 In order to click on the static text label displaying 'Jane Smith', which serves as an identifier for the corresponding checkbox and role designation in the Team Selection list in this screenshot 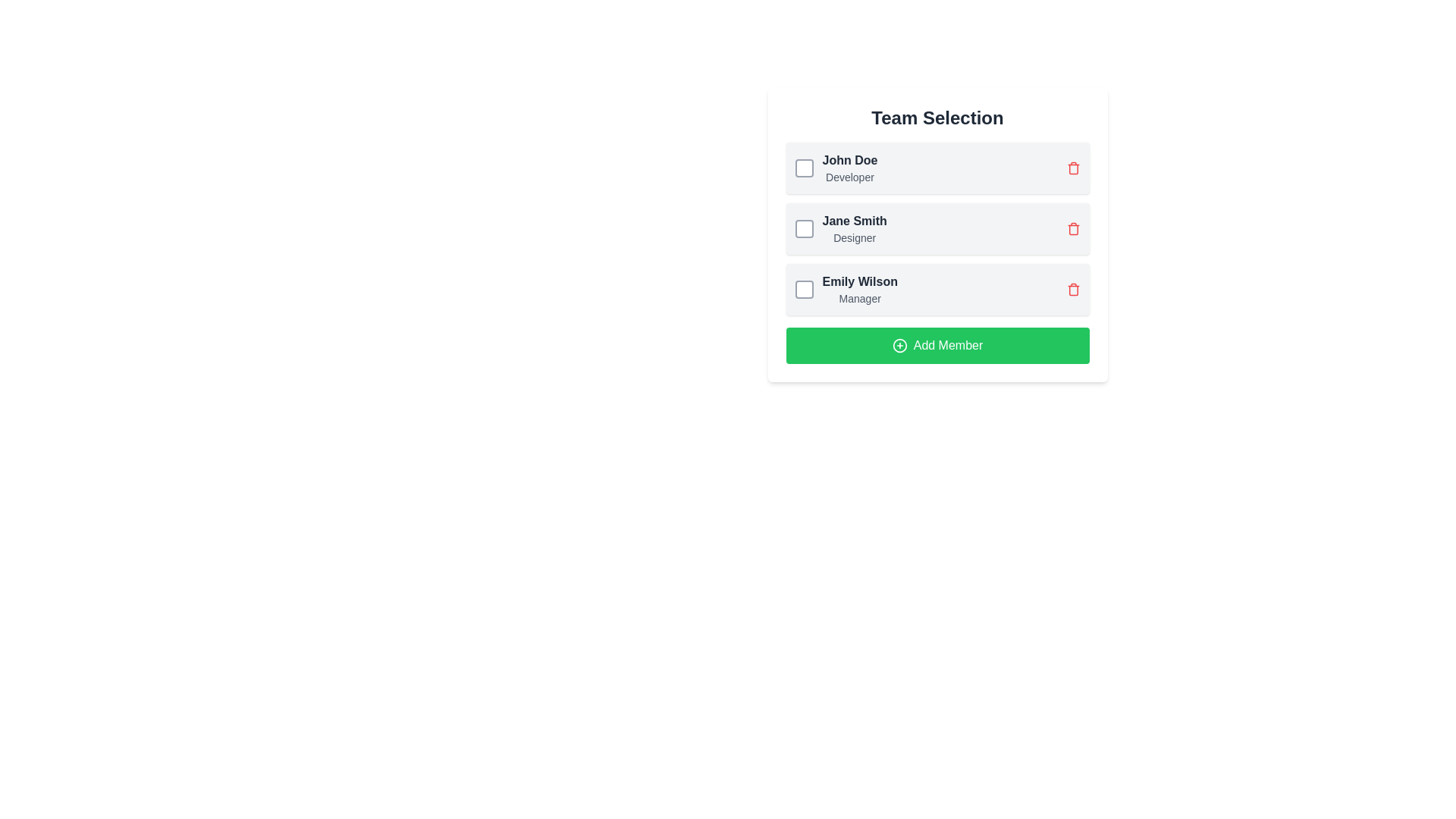, I will do `click(855, 221)`.